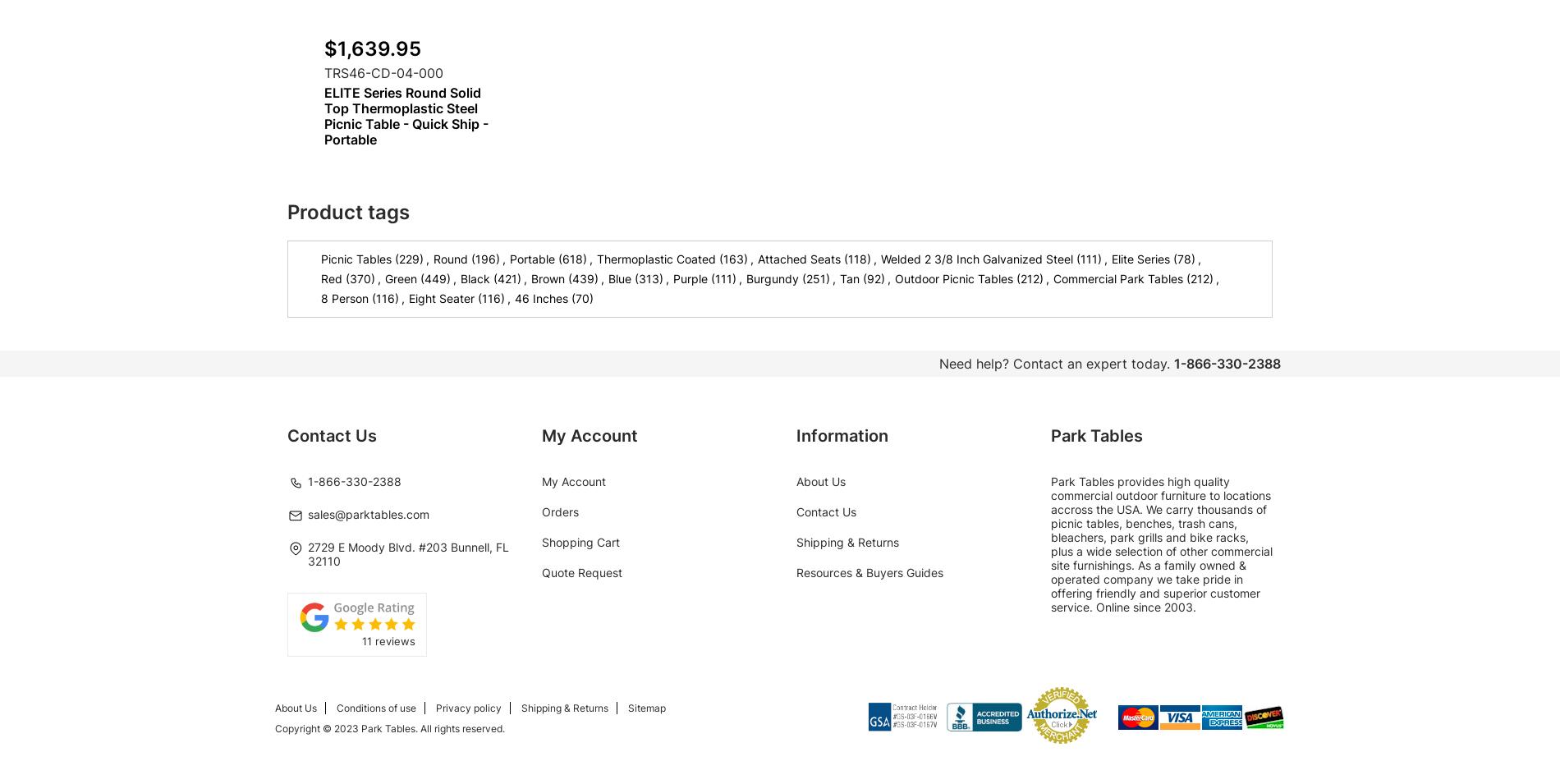  I want to click on '(251)', so click(816, 277).